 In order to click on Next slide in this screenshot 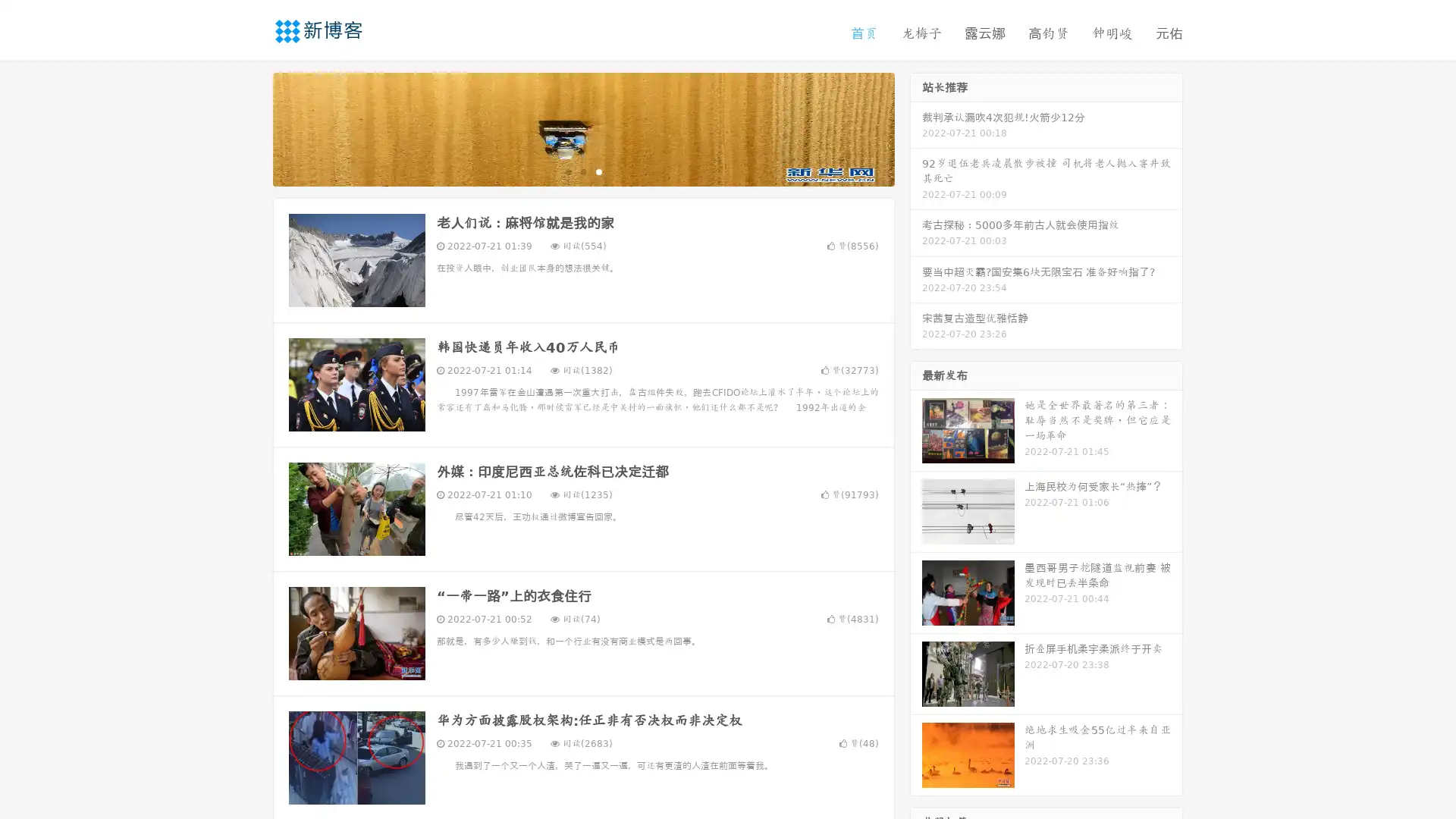, I will do `click(916, 127)`.